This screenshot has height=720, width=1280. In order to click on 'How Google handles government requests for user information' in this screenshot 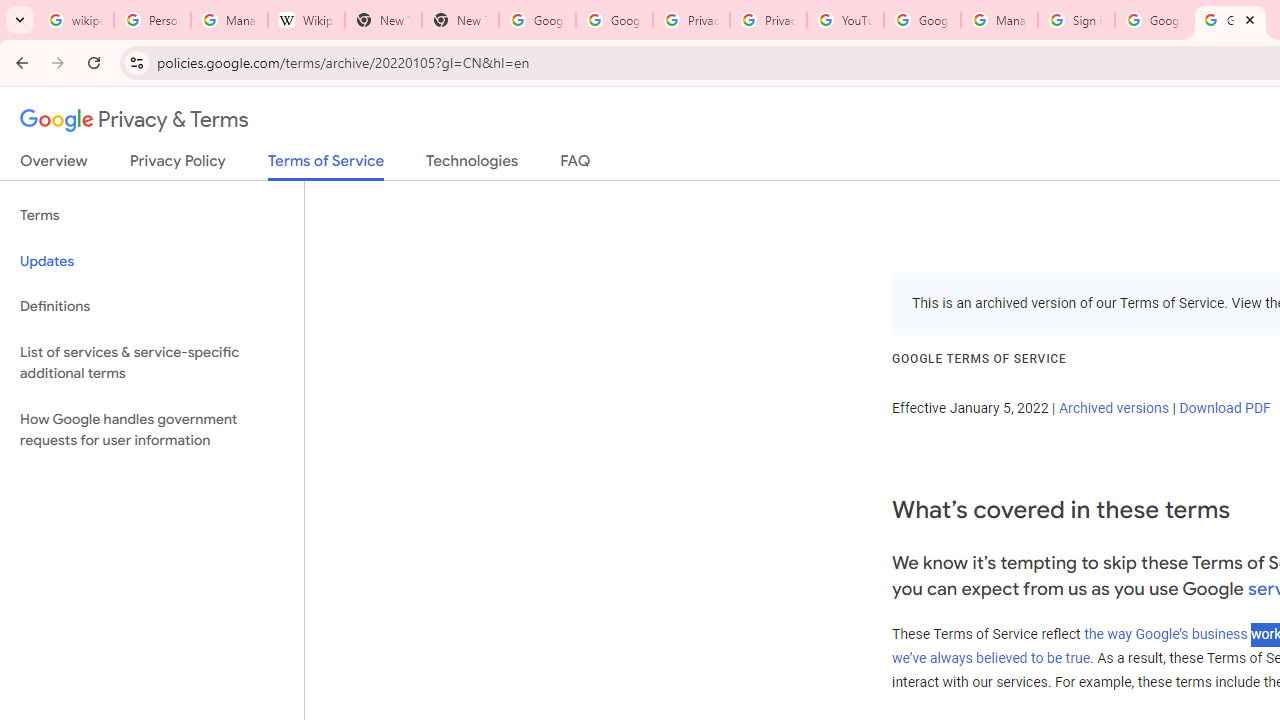, I will do `click(151, 428)`.